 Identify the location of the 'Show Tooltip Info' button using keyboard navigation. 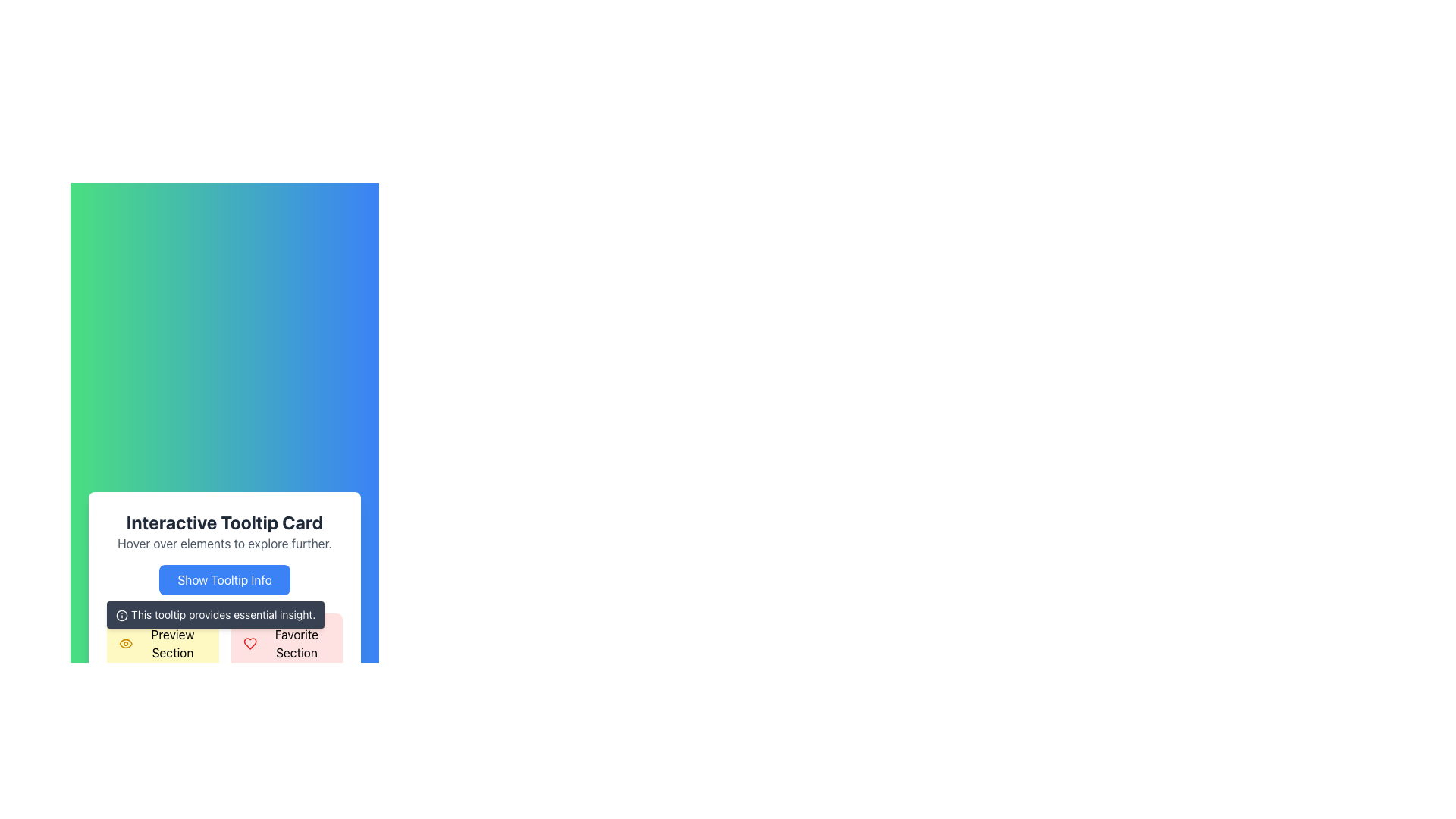
(224, 579).